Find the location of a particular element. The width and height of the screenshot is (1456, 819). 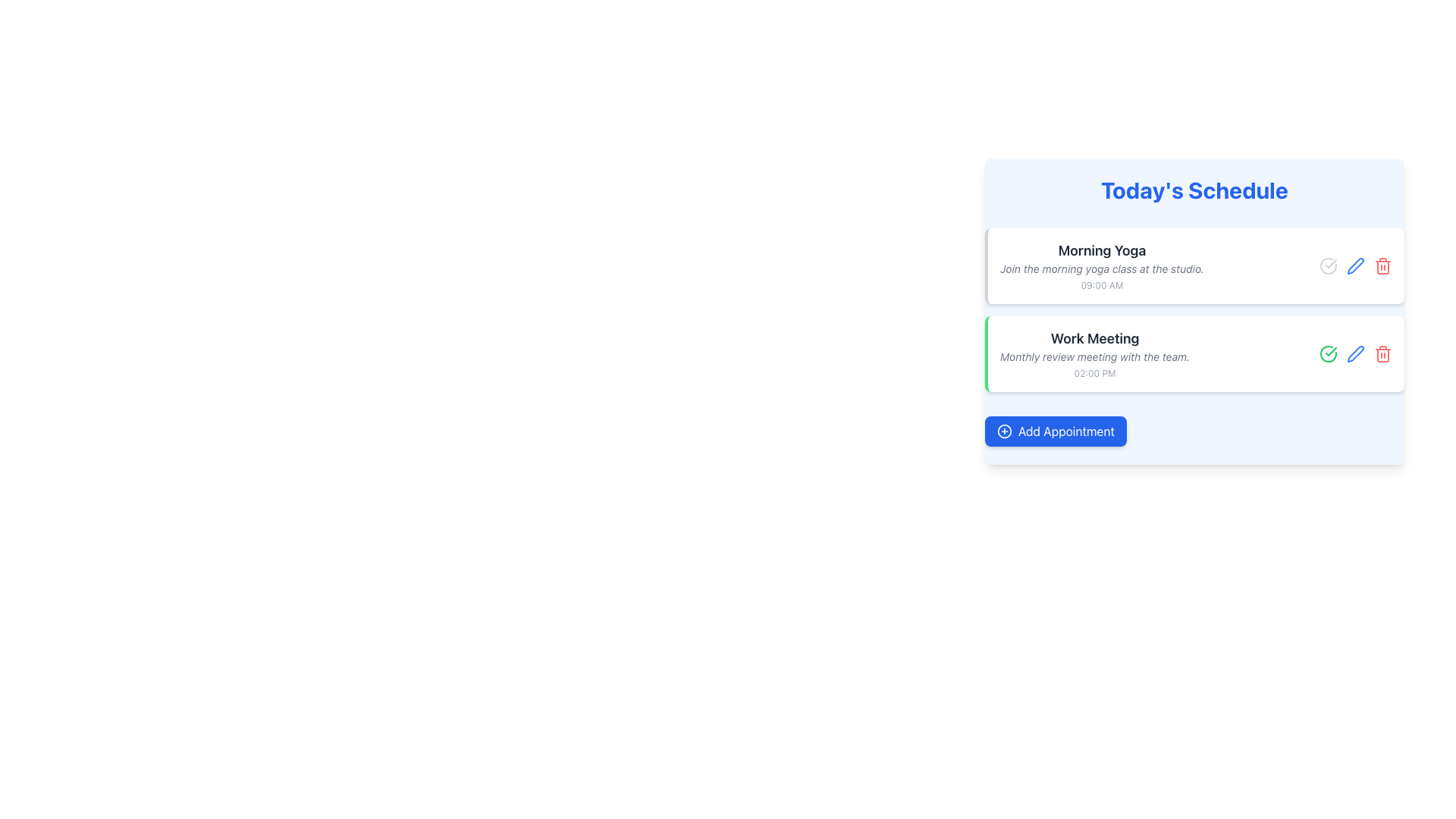

the first icon in the row of three icons to the left of the 'Work Meeting' text to mark the action as completed is located at coordinates (1328, 353).